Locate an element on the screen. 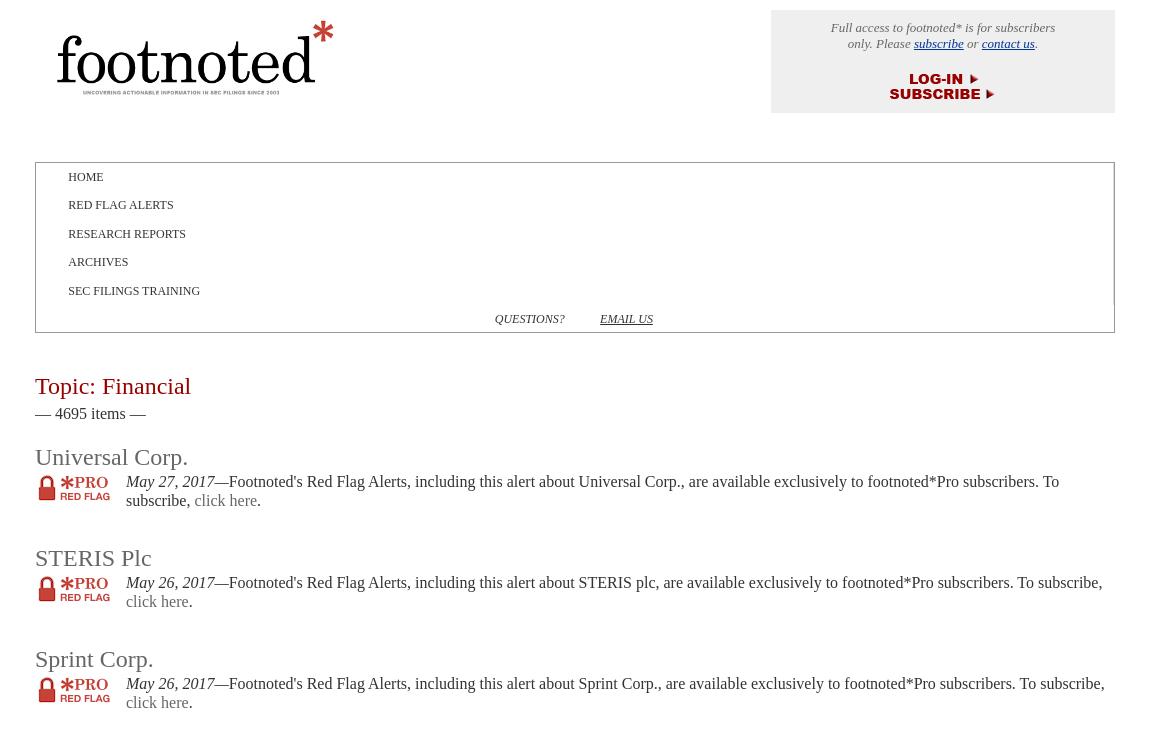 The width and height of the screenshot is (1150, 735). 'ARCHIVES' is located at coordinates (96, 261).